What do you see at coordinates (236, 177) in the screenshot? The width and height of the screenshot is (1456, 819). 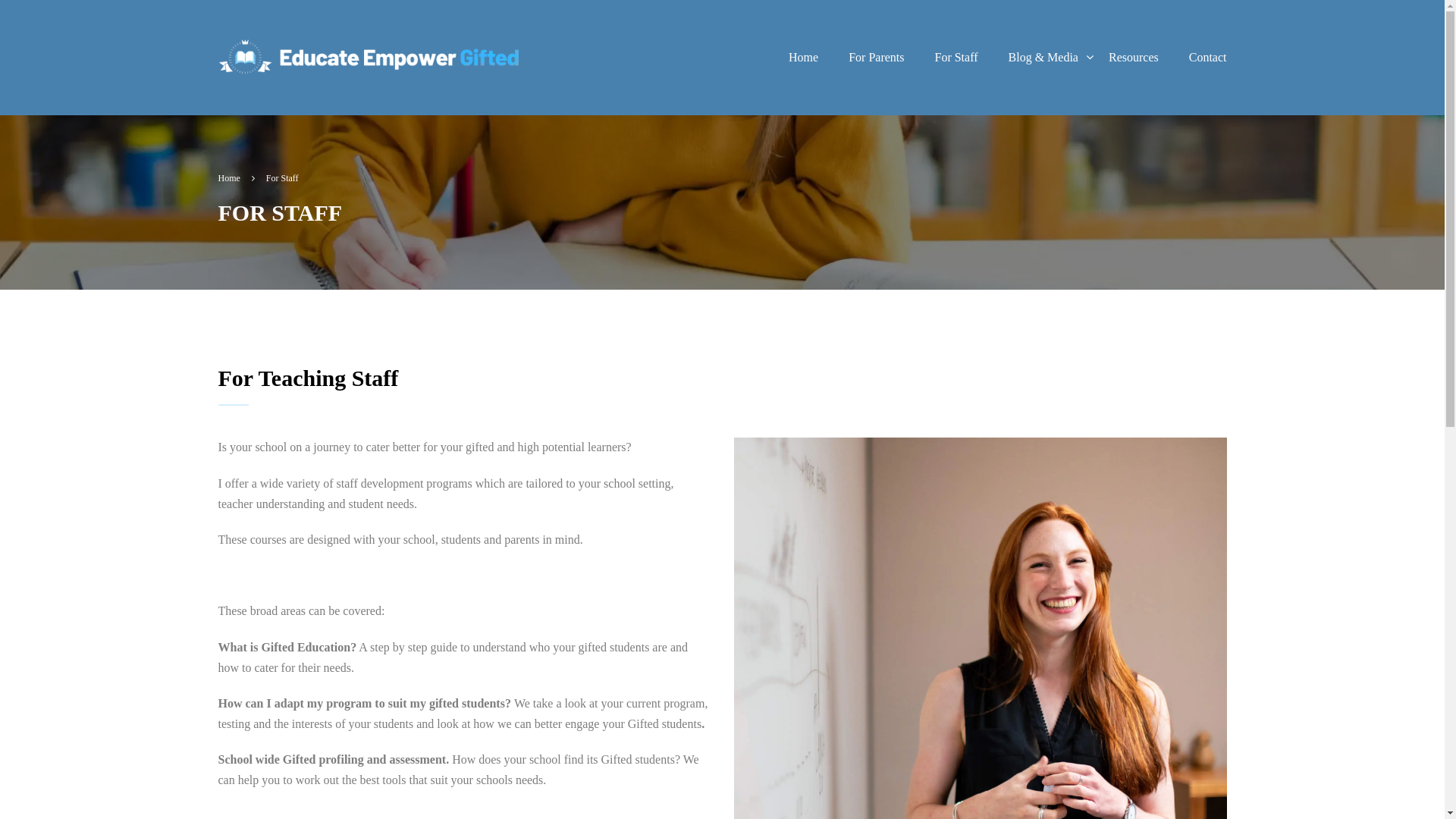 I see `'Home'` at bounding box center [236, 177].